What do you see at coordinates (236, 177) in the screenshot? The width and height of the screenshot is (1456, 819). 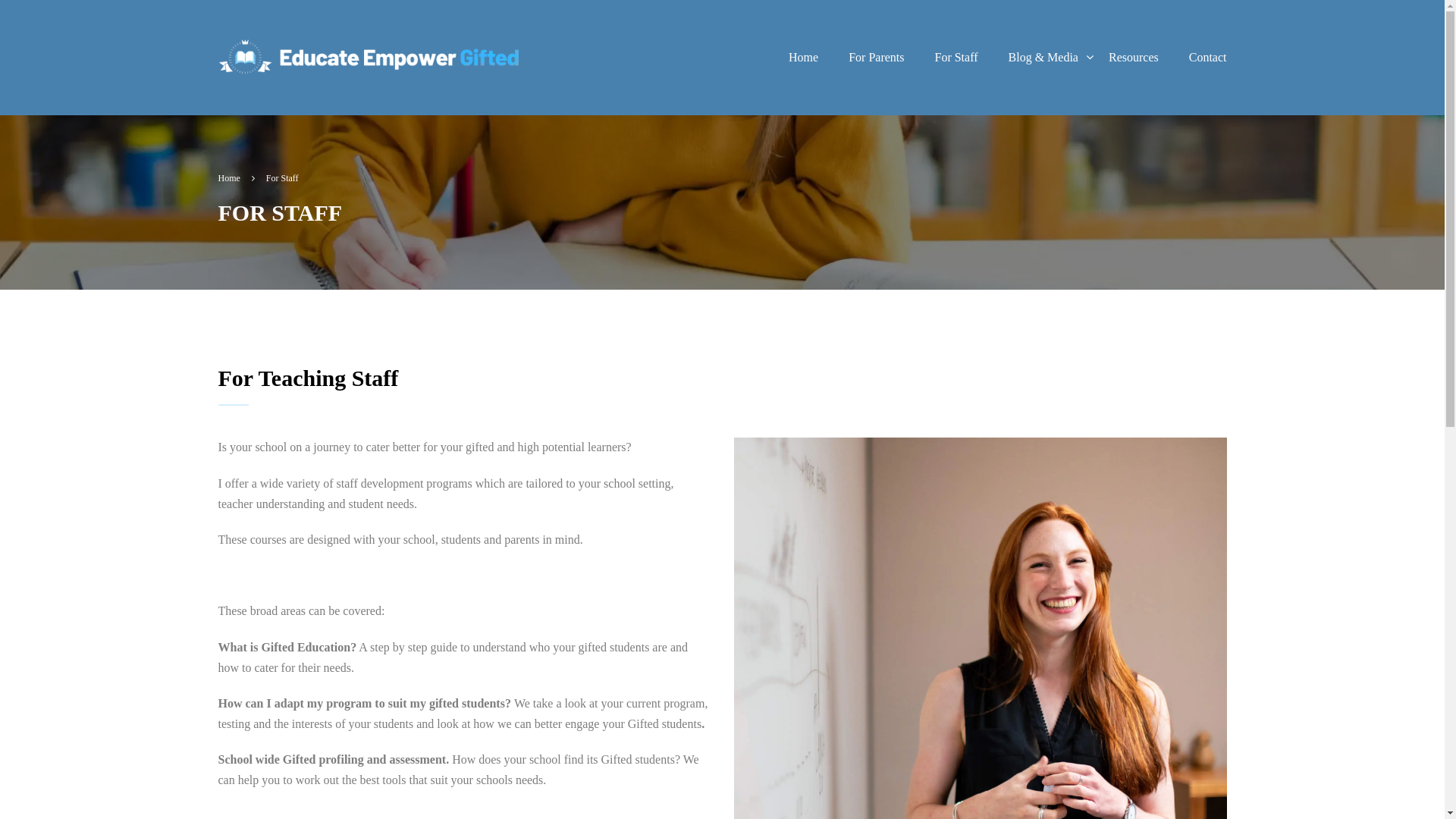 I see `'Home'` at bounding box center [236, 177].